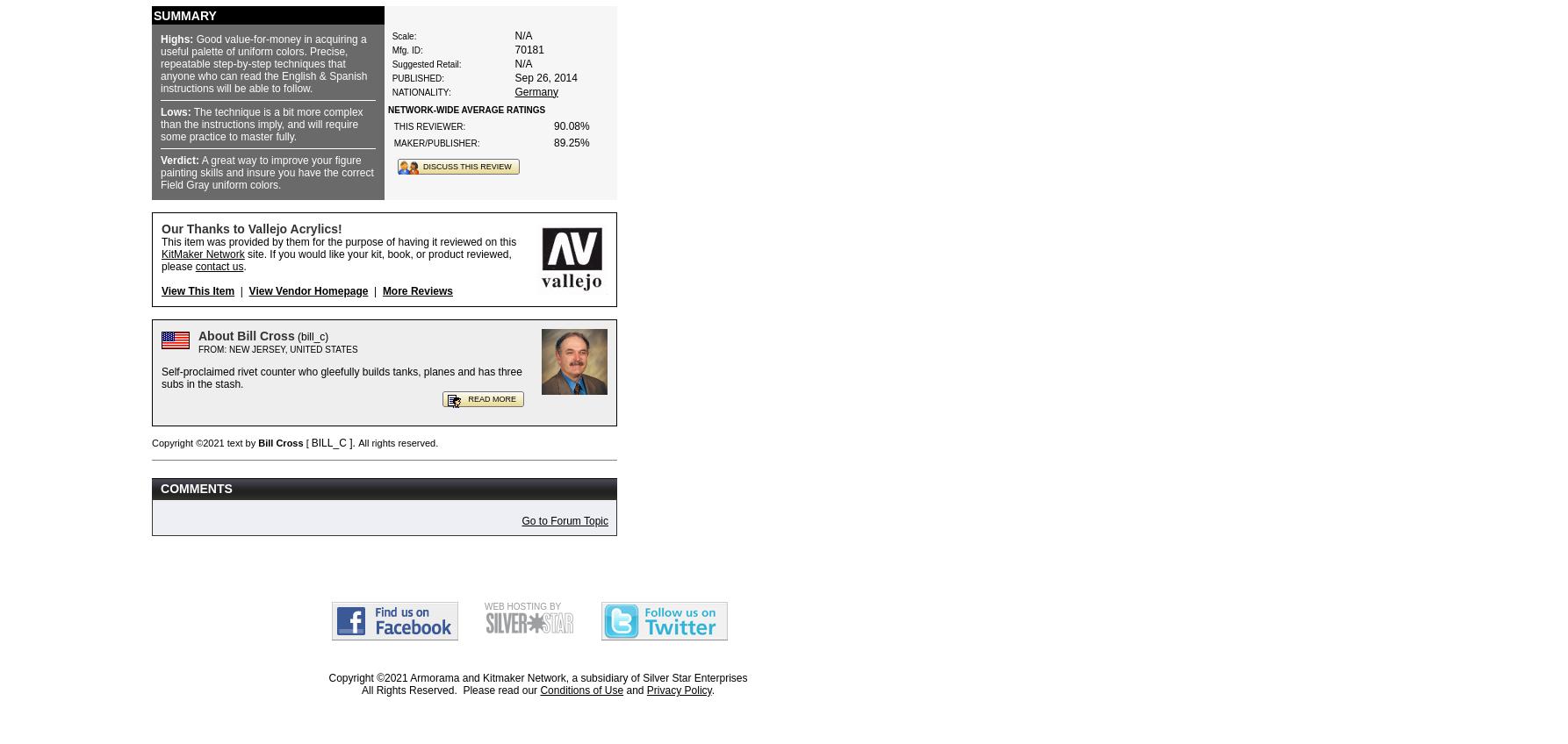  What do you see at coordinates (464, 108) in the screenshot?
I see `'NETWORK-WIDE AVERAGE RATINGS'` at bounding box center [464, 108].